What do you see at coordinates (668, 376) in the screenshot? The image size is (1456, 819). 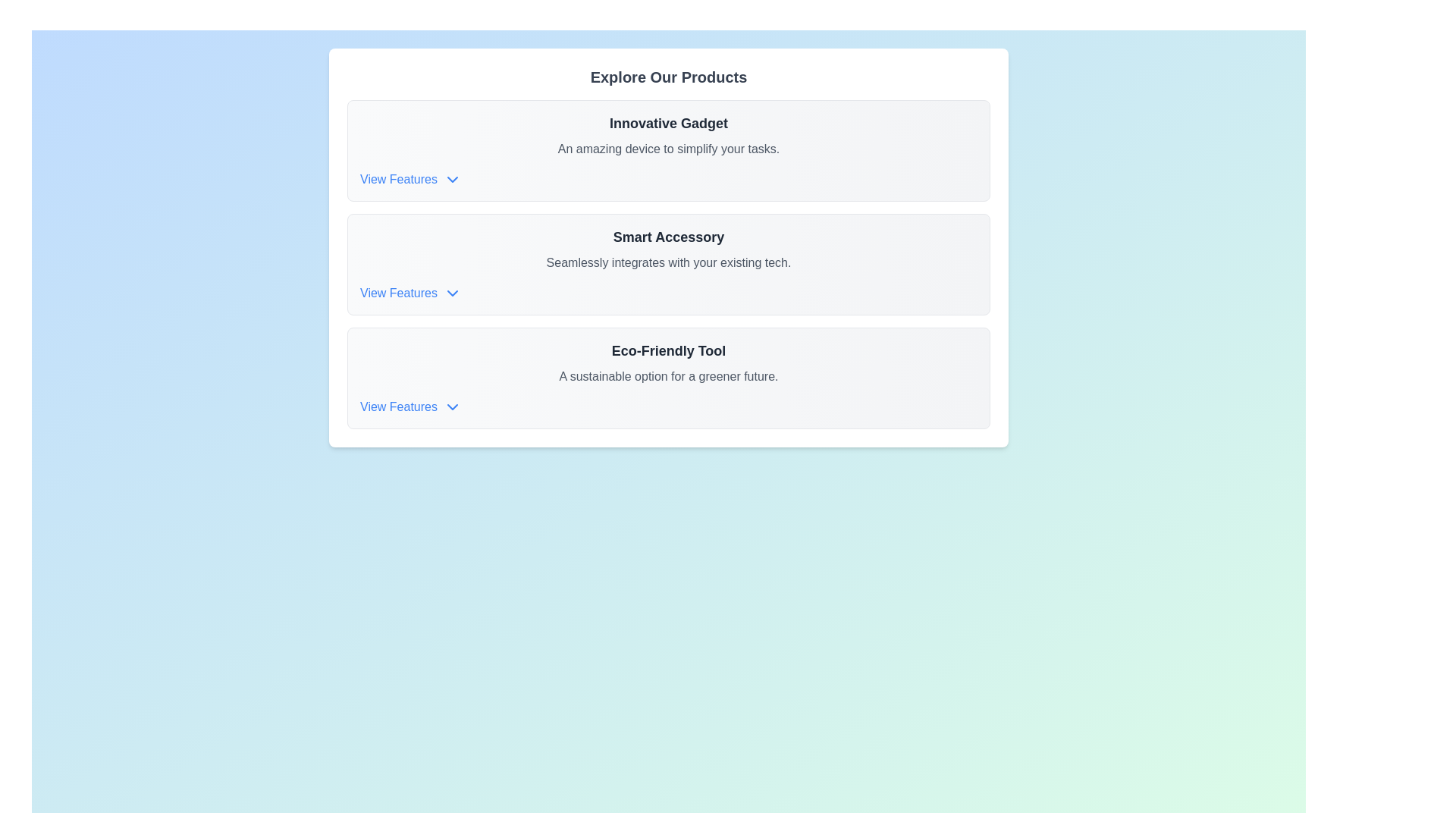 I see `the supporting descriptive text for the 'Eco-Friendly Tool' section, located directly beneath the header text` at bounding box center [668, 376].